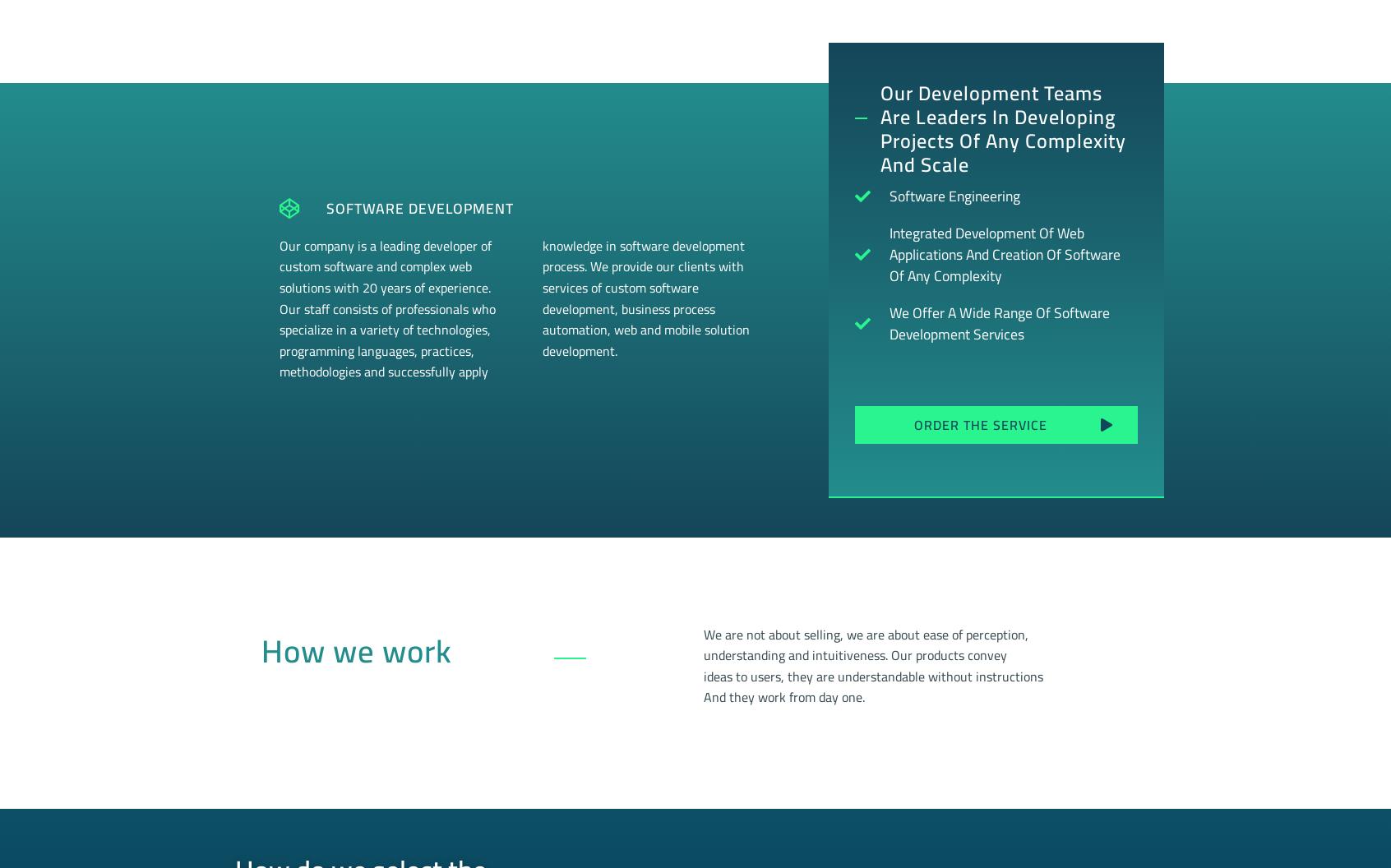 This screenshot has width=1391, height=868. Describe the element at coordinates (1004, 253) in the screenshot. I see `'Integrated development of web applications and creation of software of any complexity'` at that location.